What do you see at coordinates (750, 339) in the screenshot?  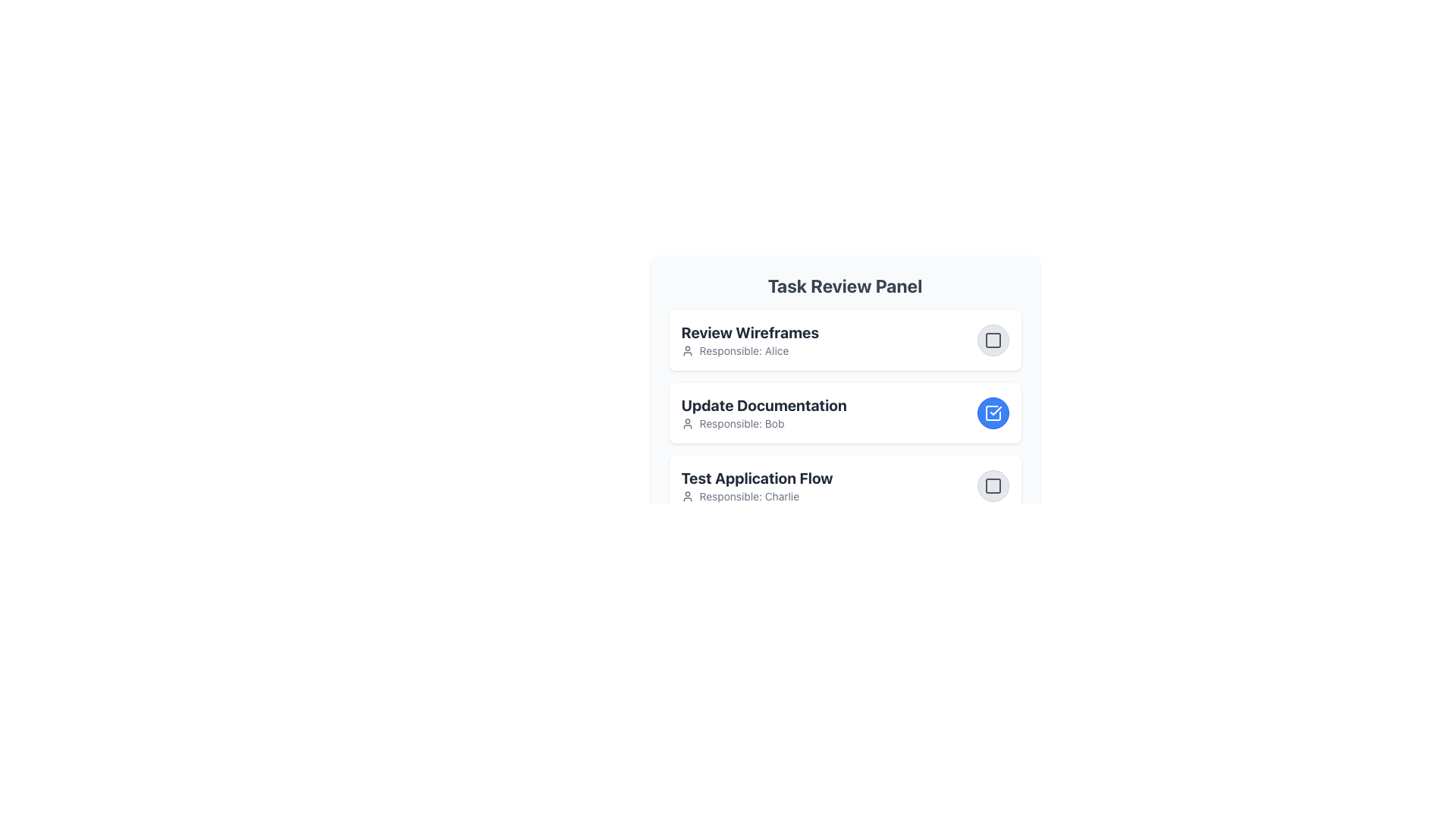 I see `the information on the Task Information Card located at the top of the Task Review Panel` at bounding box center [750, 339].